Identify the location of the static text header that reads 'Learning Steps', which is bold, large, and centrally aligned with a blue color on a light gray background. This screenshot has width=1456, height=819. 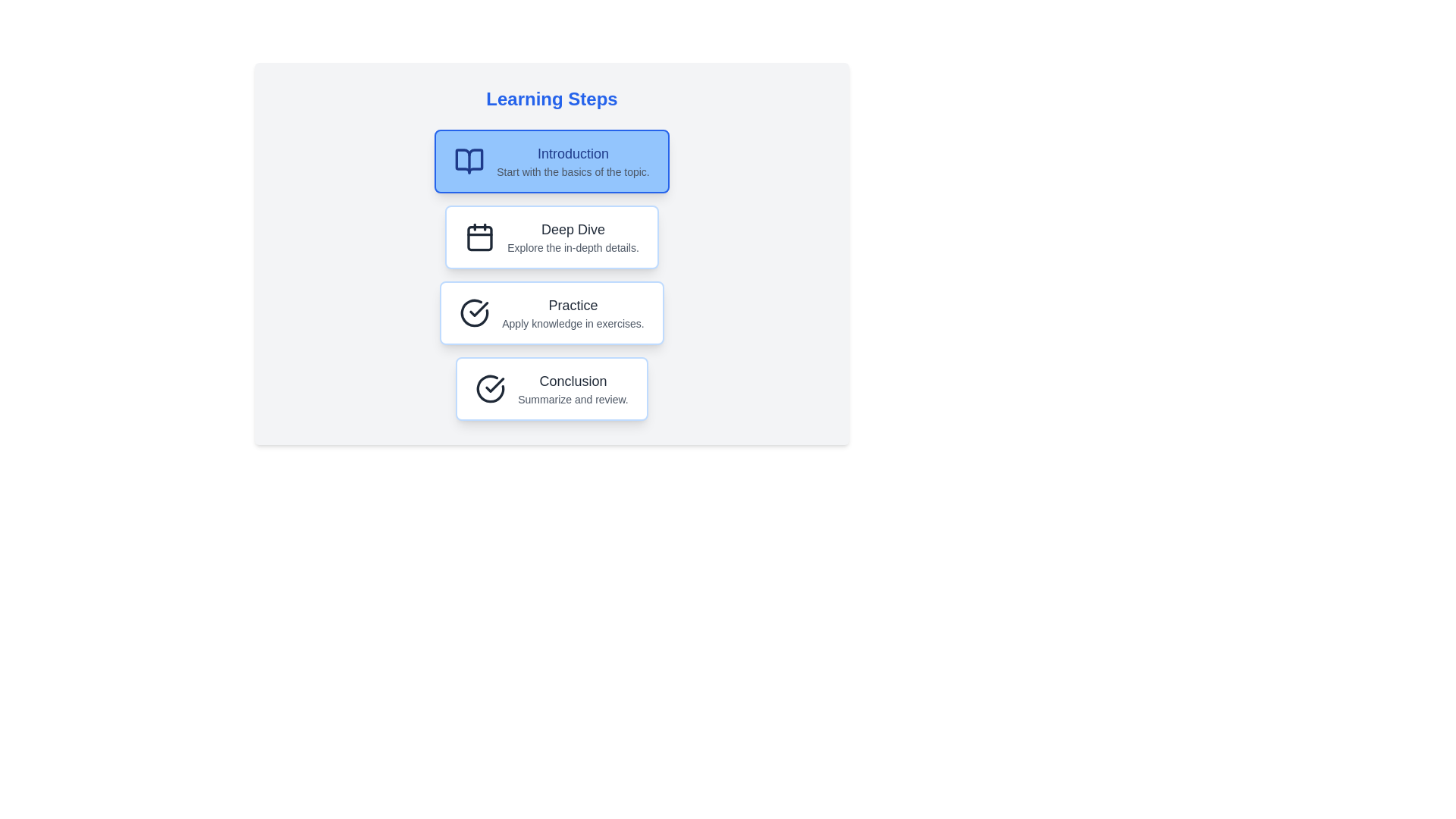
(551, 99).